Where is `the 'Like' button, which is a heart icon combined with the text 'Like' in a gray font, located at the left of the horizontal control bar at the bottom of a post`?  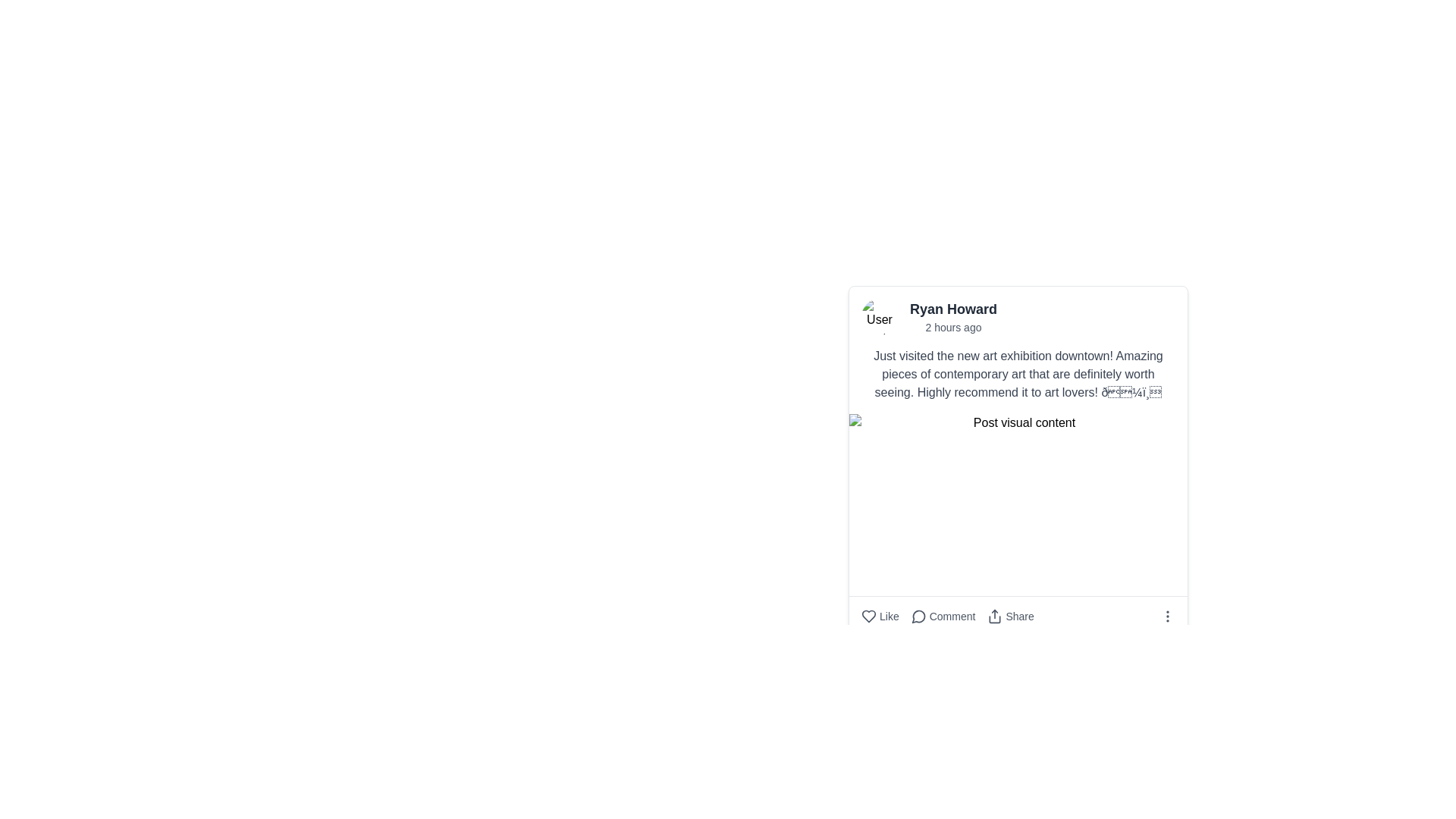
the 'Like' button, which is a heart icon combined with the text 'Like' in a gray font, located at the left of the horizontal control bar at the bottom of a post is located at coordinates (880, 617).